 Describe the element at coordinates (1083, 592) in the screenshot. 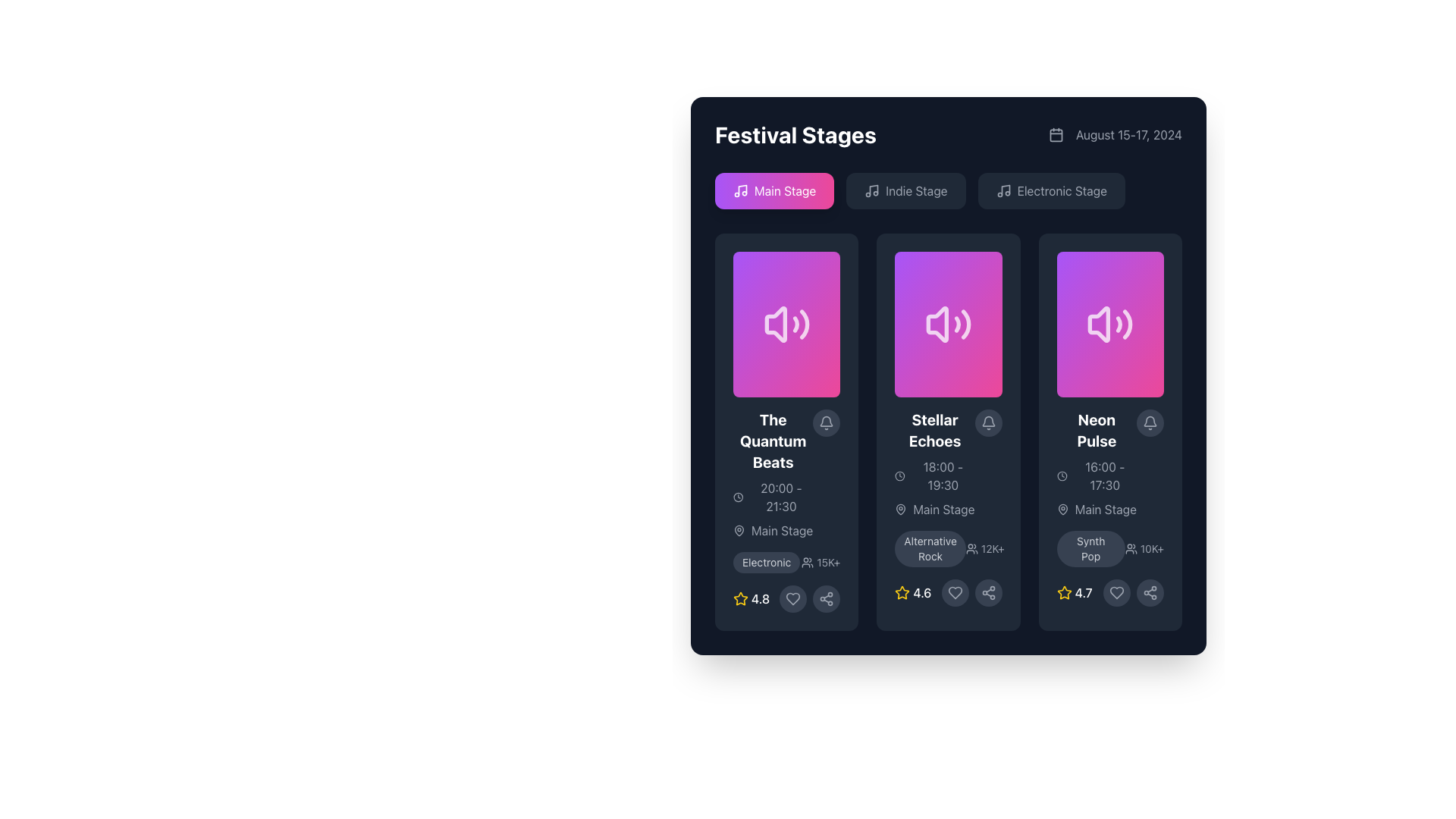

I see `the numeric rating text label of the 'Neon Pulse' event, which is located adjacent to the yellow star icon in the bottom section of the card` at that location.